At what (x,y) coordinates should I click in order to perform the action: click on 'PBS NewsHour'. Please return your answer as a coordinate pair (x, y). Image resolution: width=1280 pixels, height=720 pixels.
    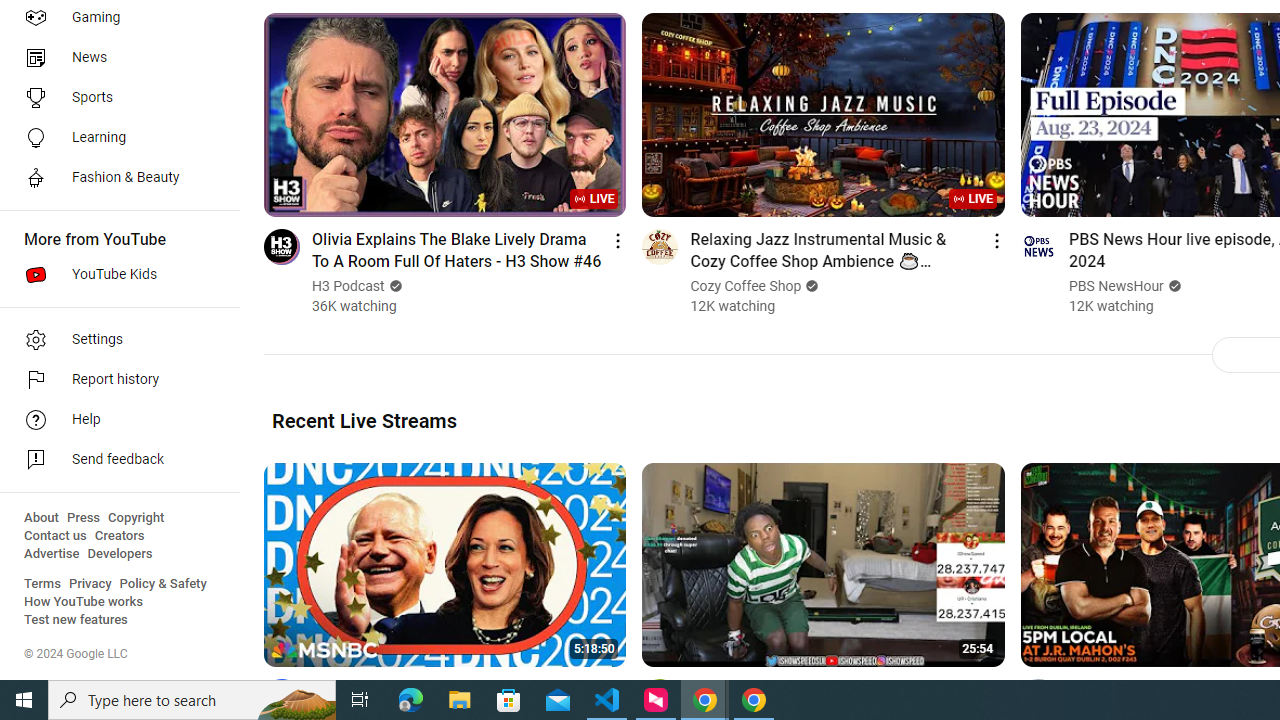
    Looking at the image, I should click on (1115, 286).